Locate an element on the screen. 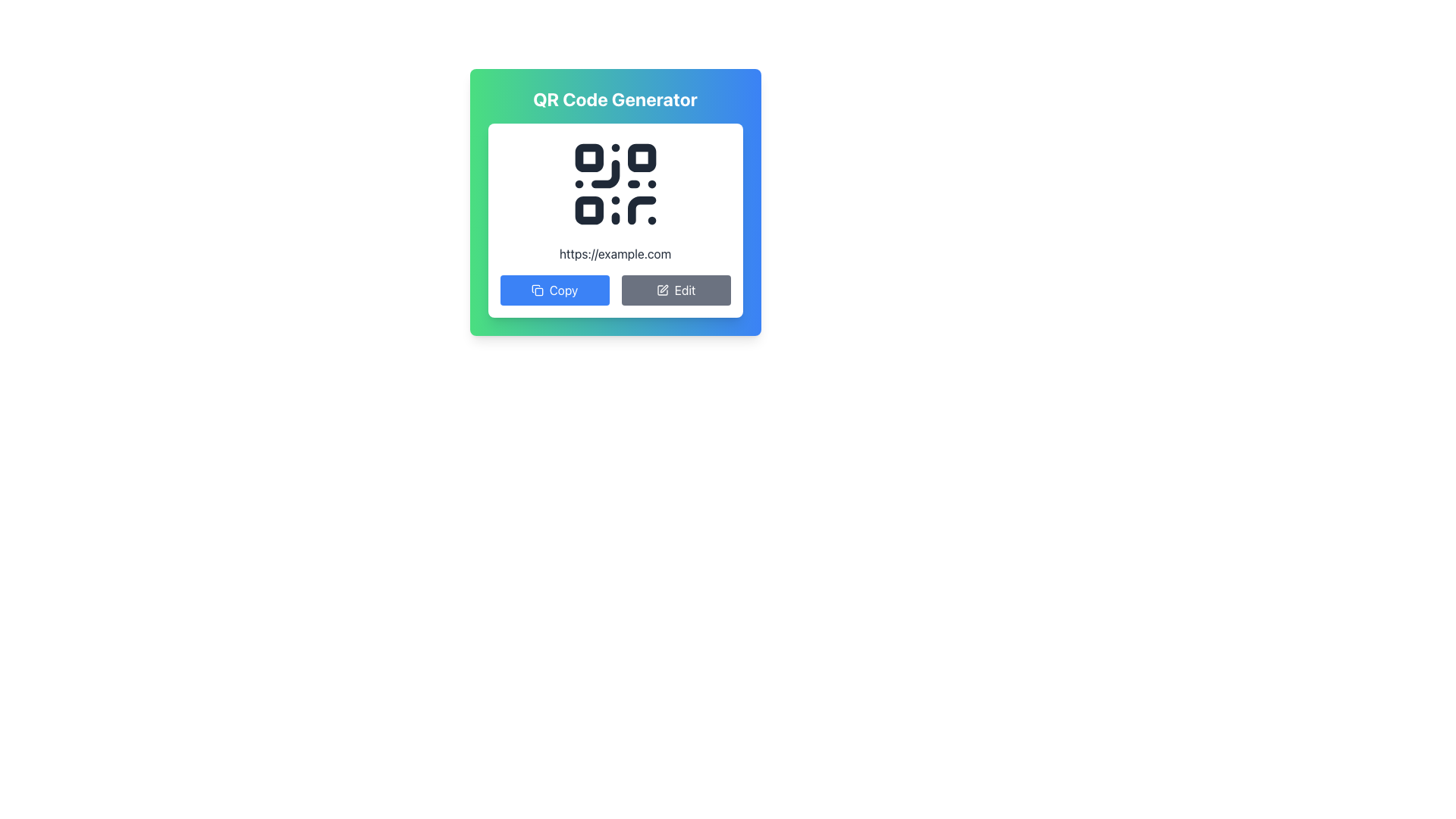  the editing icon located to the left of the 'Edit' button, which visually indicates the action of editing is located at coordinates (662, 290).